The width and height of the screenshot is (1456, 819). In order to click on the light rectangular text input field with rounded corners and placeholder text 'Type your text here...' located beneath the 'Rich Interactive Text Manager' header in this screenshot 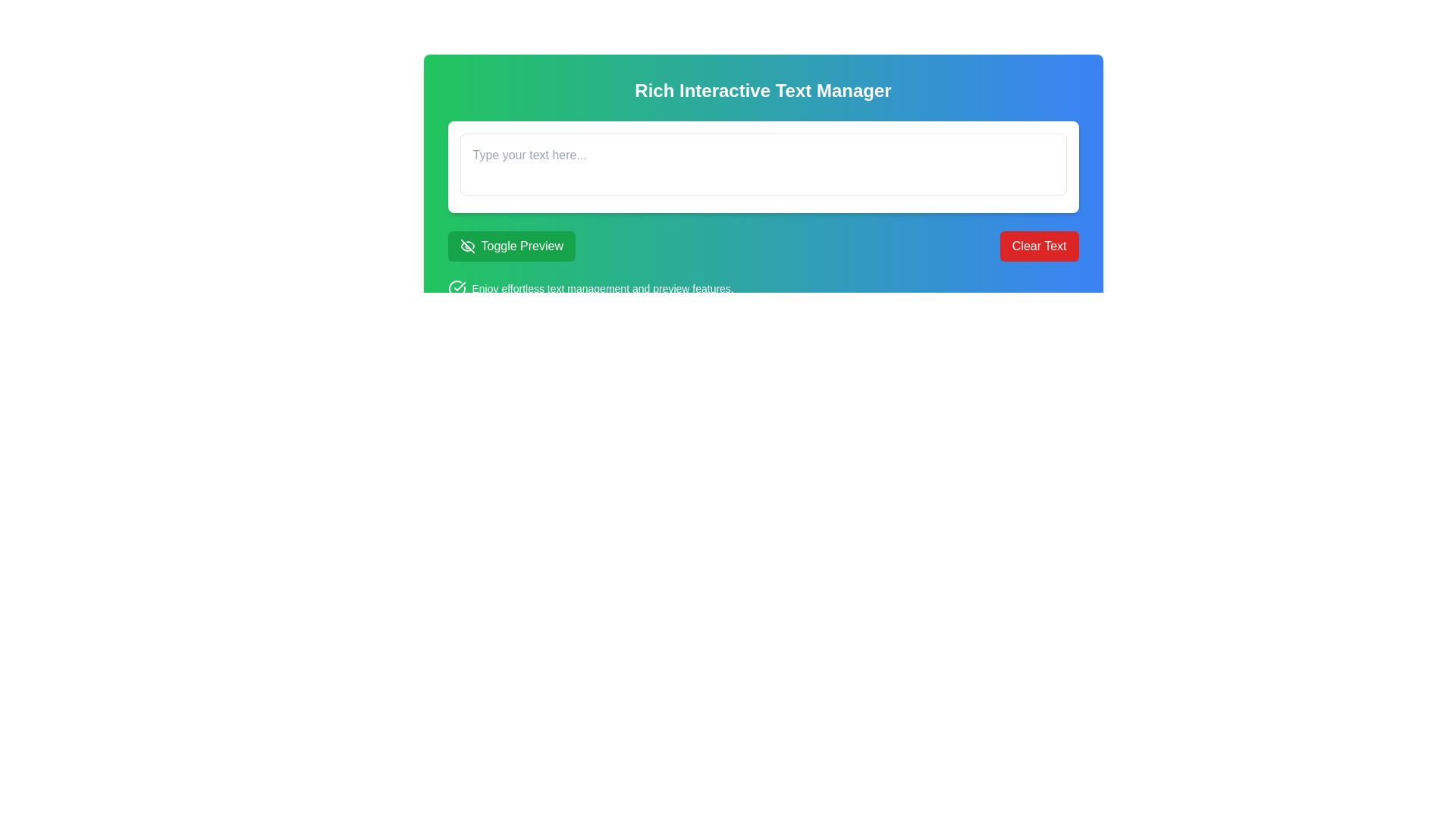, I will do `click(763, 209)`.